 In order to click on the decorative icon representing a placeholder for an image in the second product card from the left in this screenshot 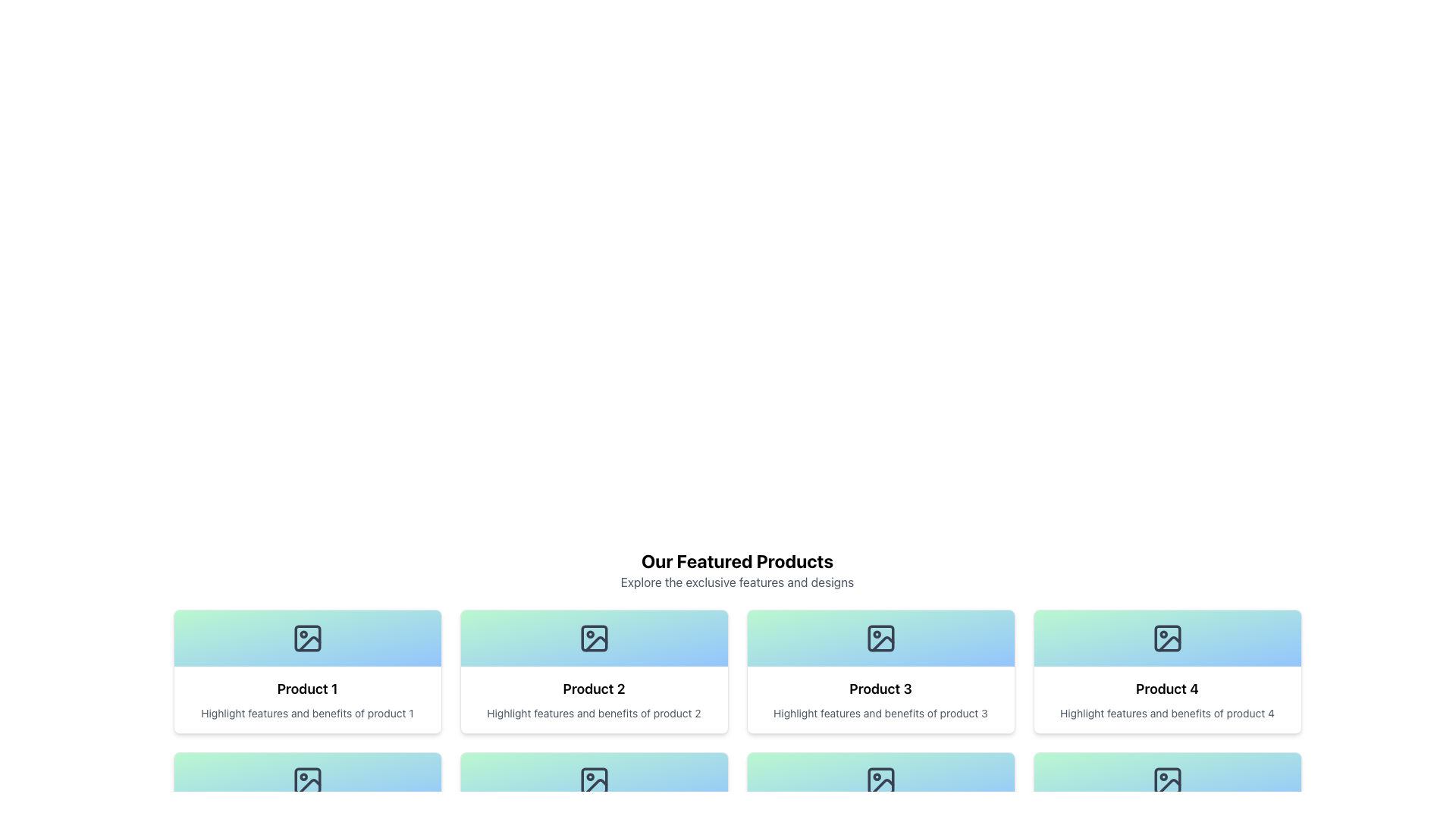, I will do `click(593, 638)`.